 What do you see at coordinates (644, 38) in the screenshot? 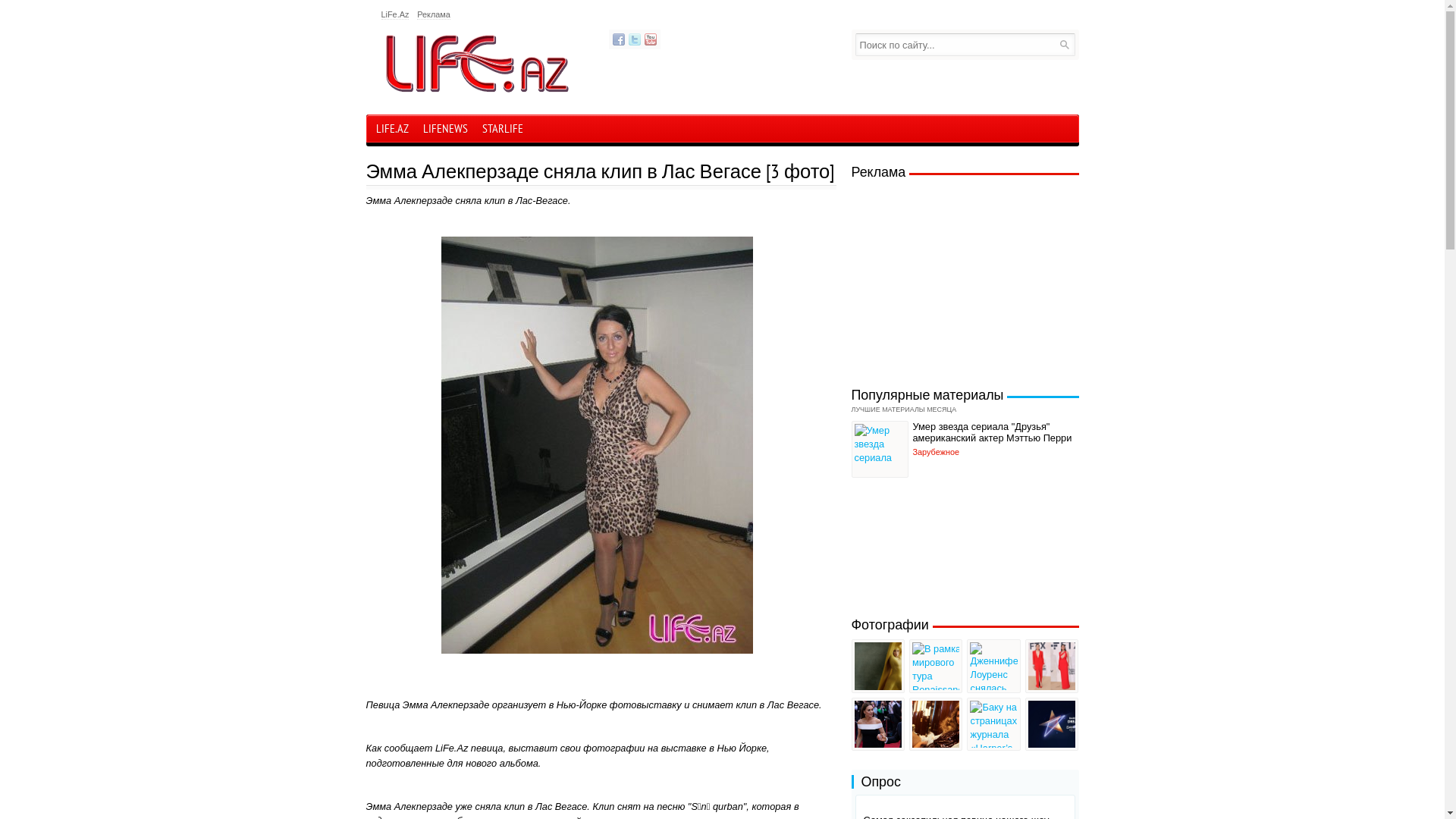
I see `'YouTube'` at bounding box center [644, 38].